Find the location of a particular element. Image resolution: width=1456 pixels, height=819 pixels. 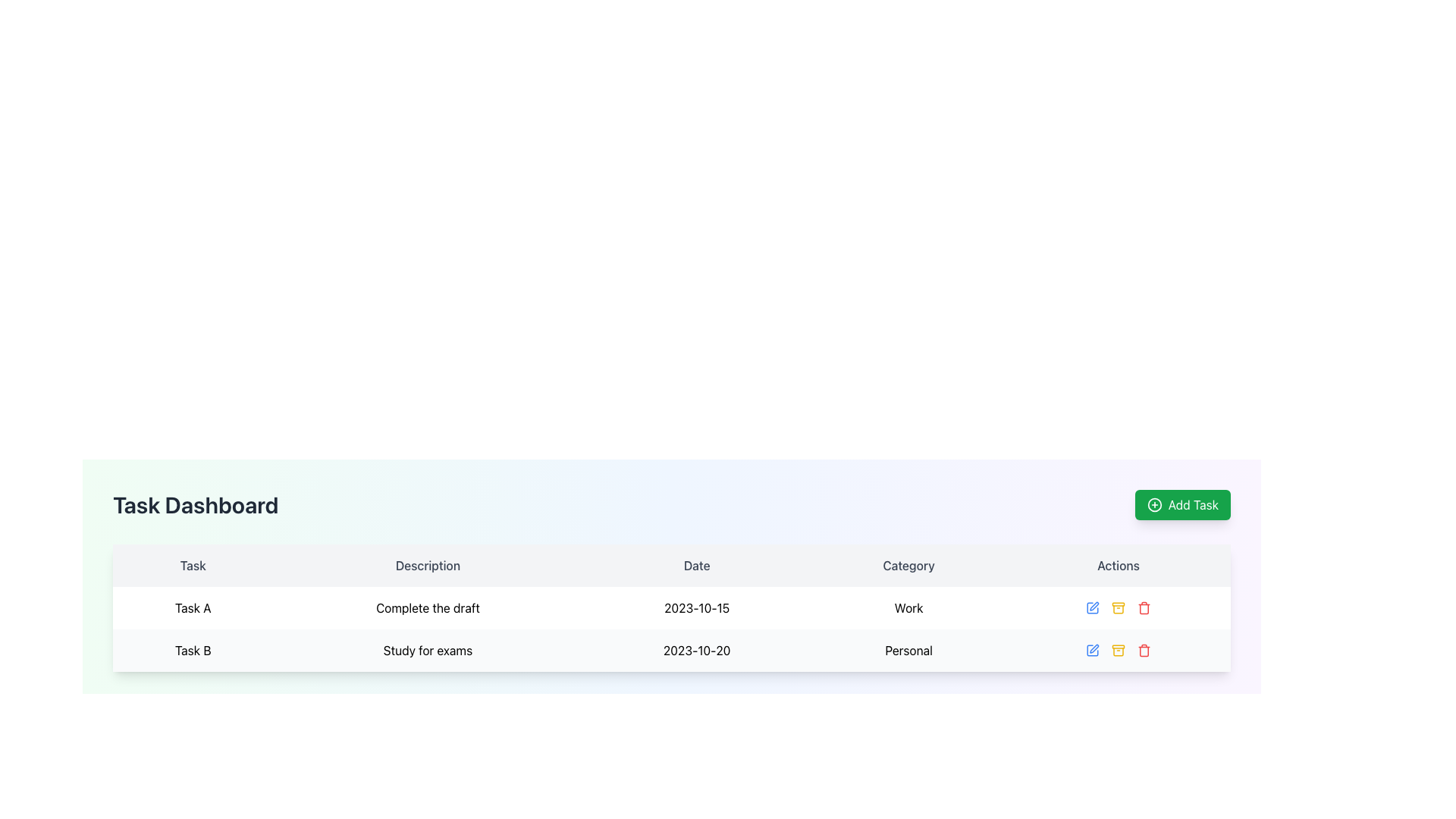

the text descriptor in the second column of the row titled 'Task A' within the 'Task Dashboard' layout is located at coordinates (427, 607).